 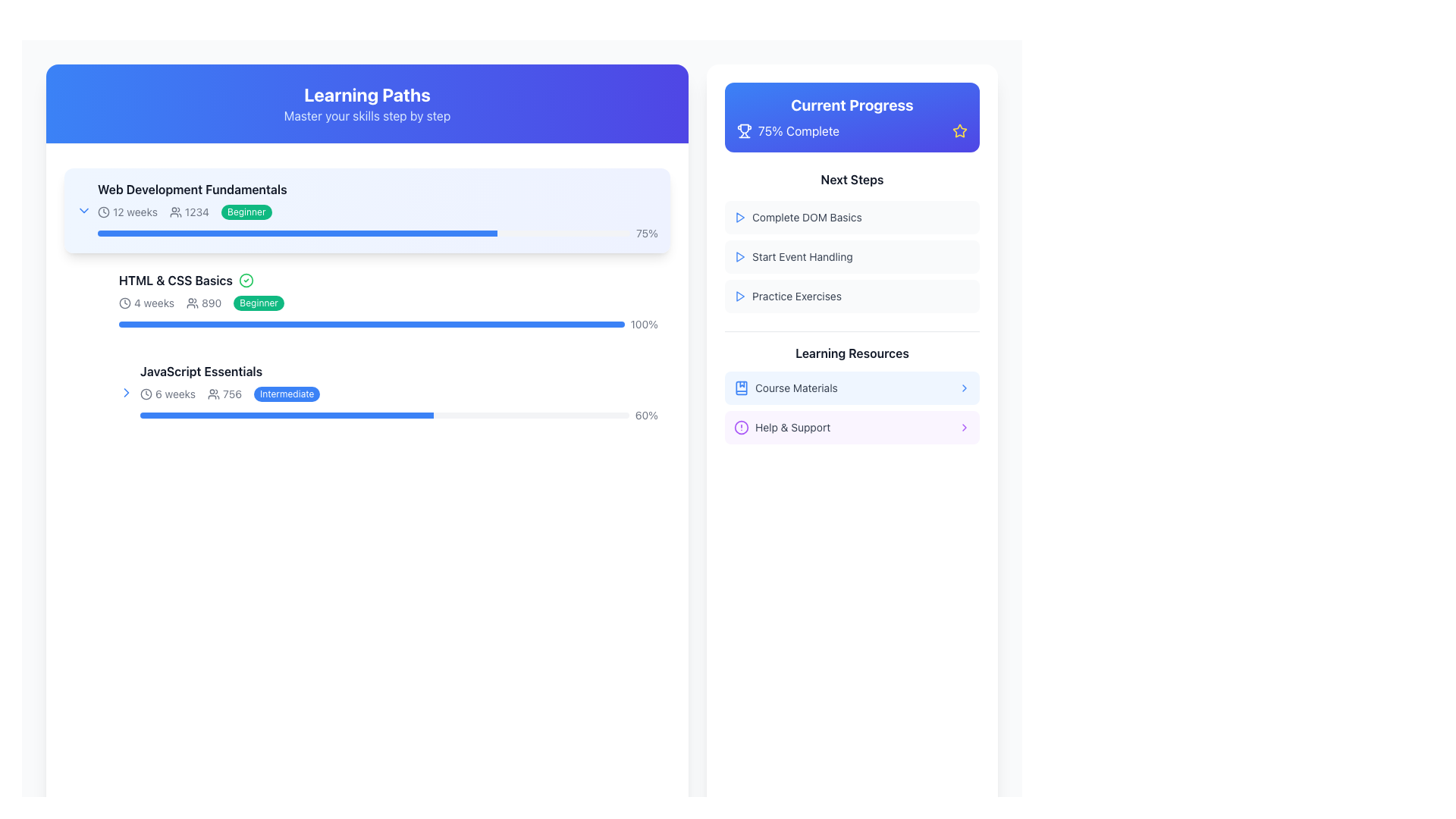 I want to click on the text label reading 'Help & Support' located at the bottom right of the interface under 'Learning Resources', so click(x=792, y=427).